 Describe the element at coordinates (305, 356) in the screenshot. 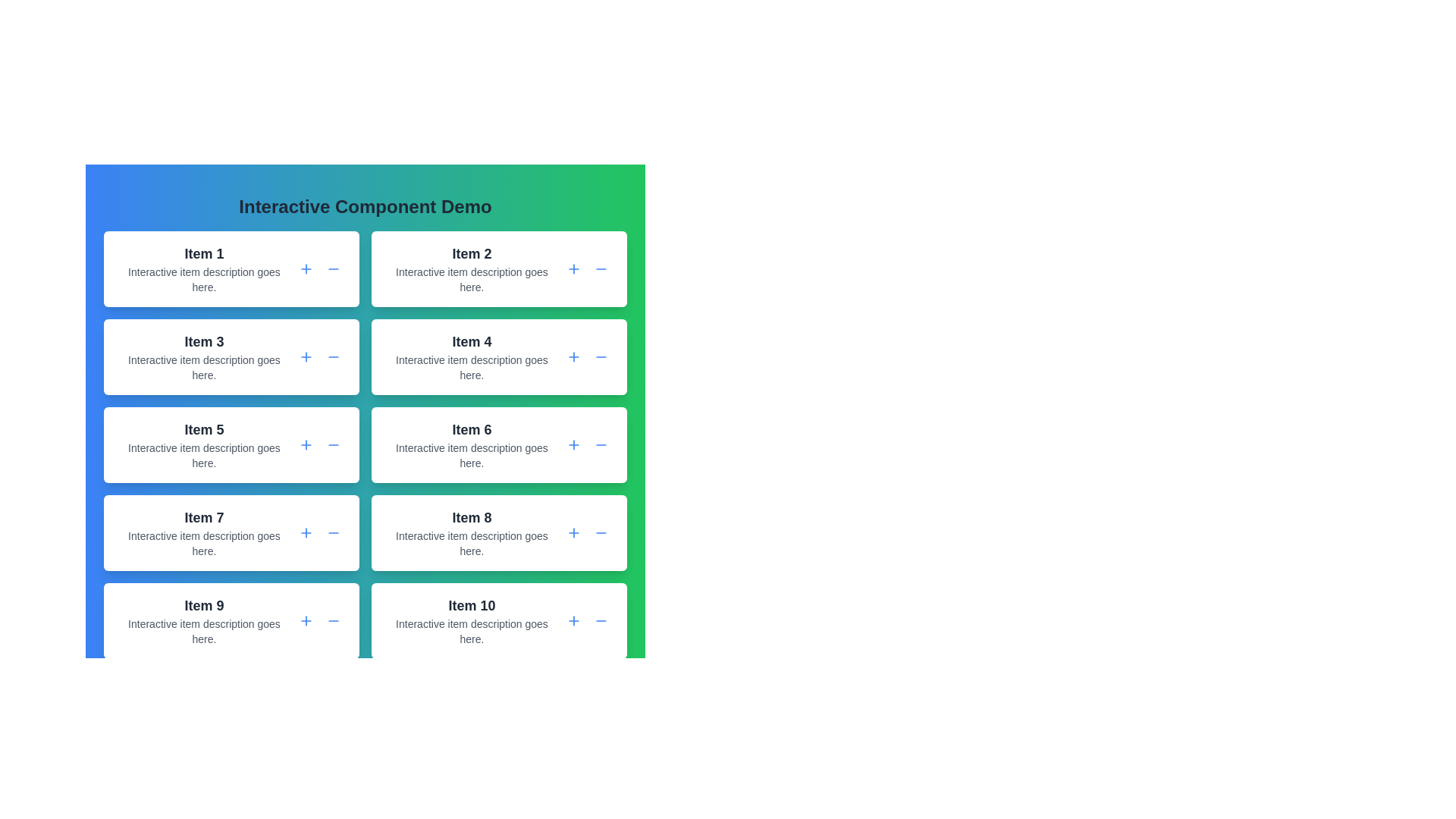

I see `the first button inside the 'Item 3' panel` at that location.